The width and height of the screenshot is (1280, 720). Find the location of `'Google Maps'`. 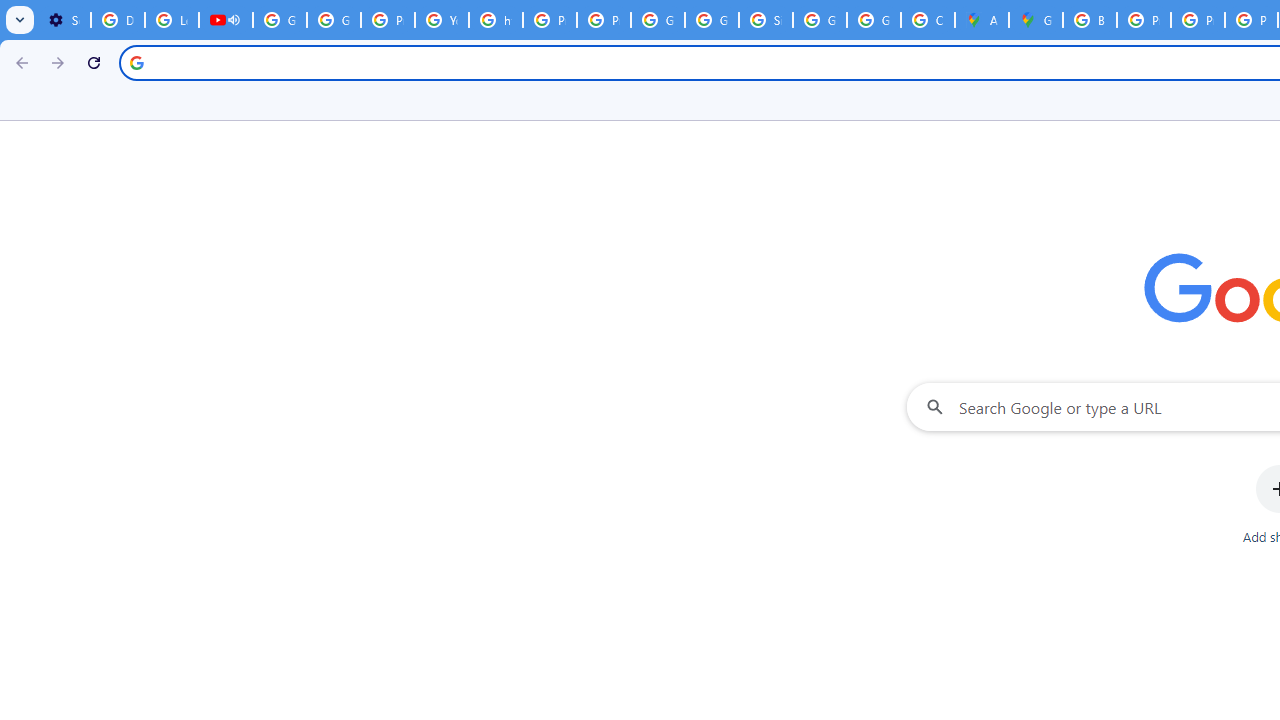

'Google Maps' is located at coordinates (1036, 20).